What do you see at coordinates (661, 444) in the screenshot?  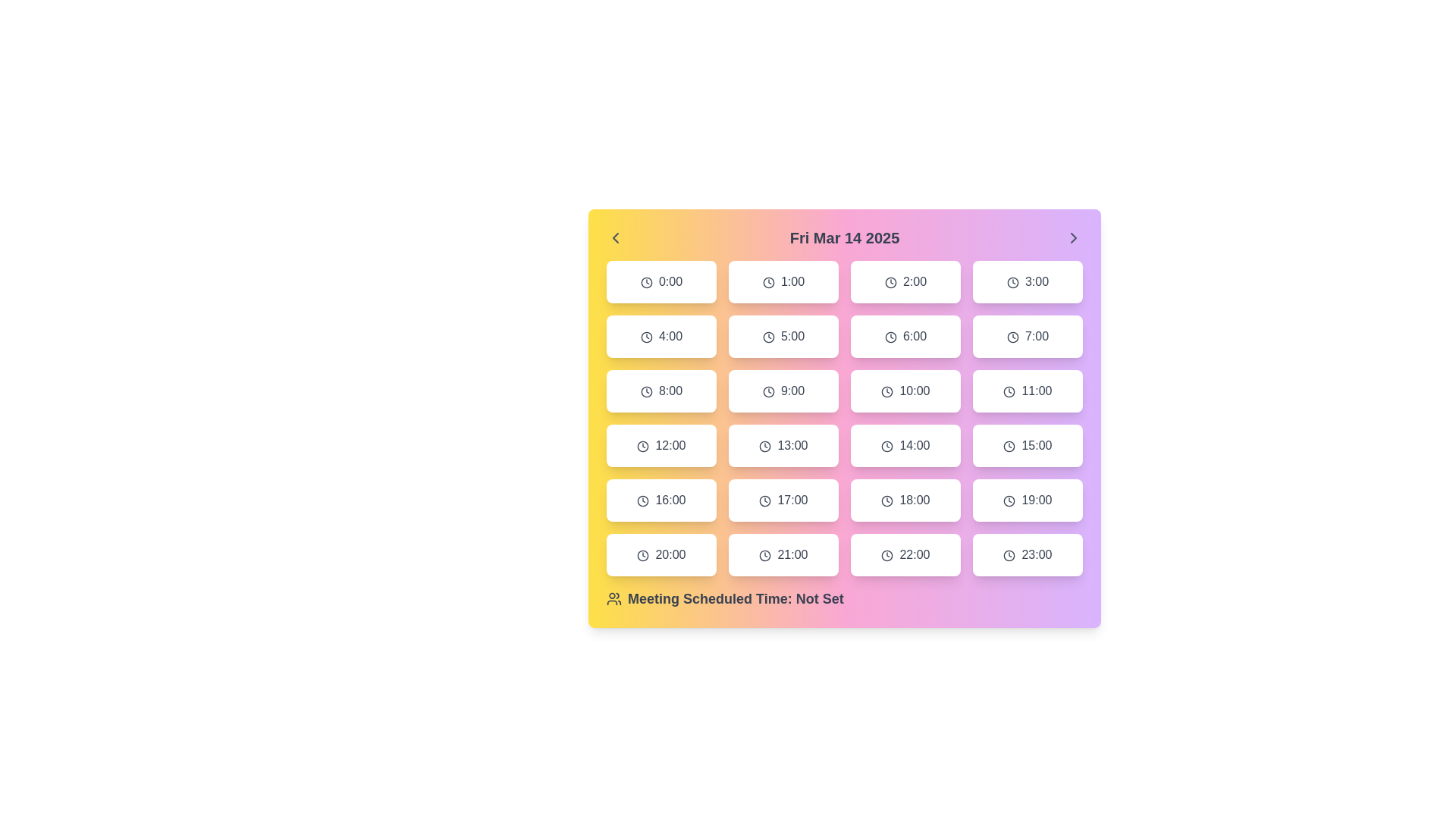 I see `the button displaying '12:00'` at bounding box center [661, 444].